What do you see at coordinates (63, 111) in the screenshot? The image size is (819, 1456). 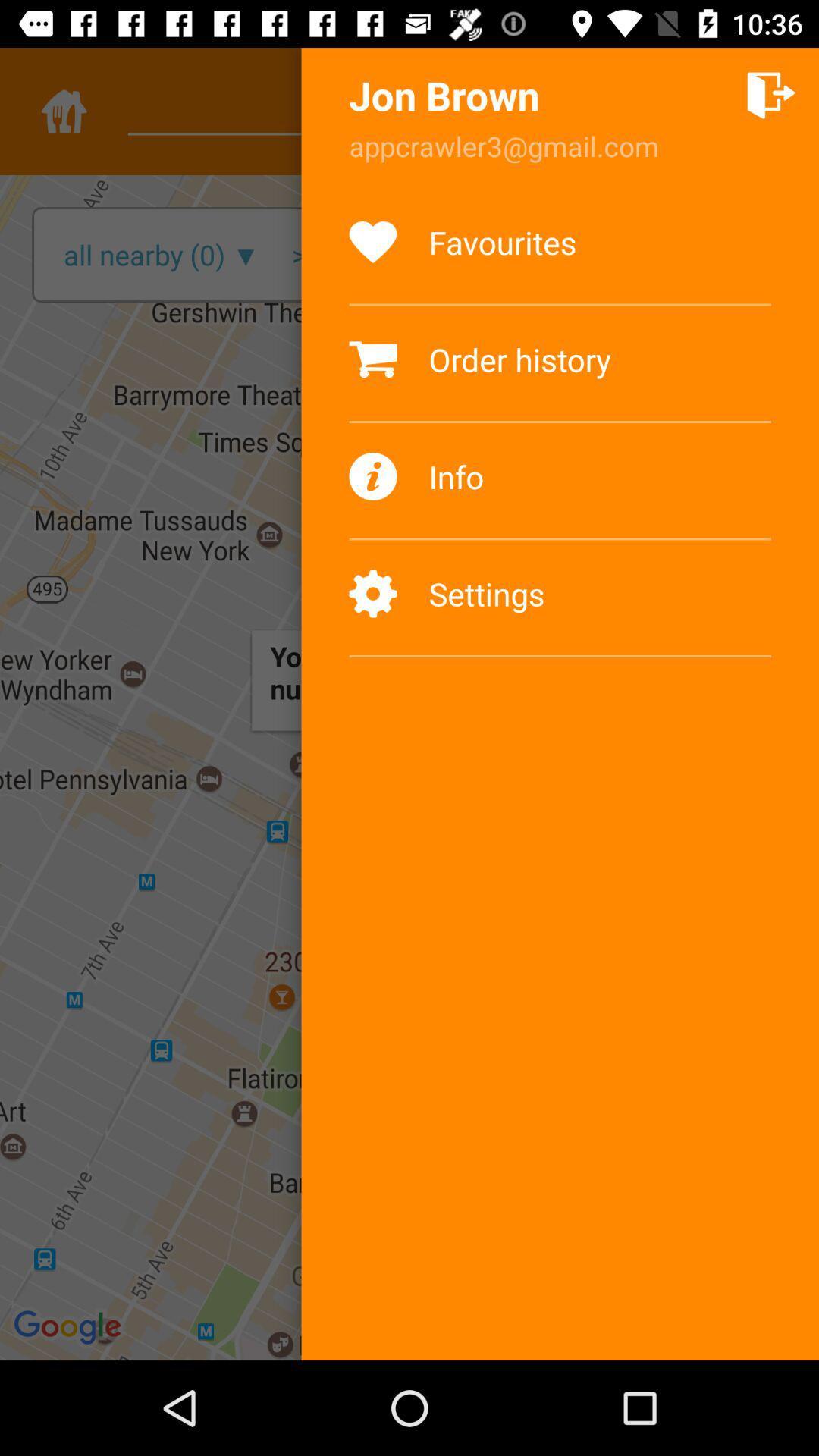 I see `the home icon` at bounding box center [63, 111].